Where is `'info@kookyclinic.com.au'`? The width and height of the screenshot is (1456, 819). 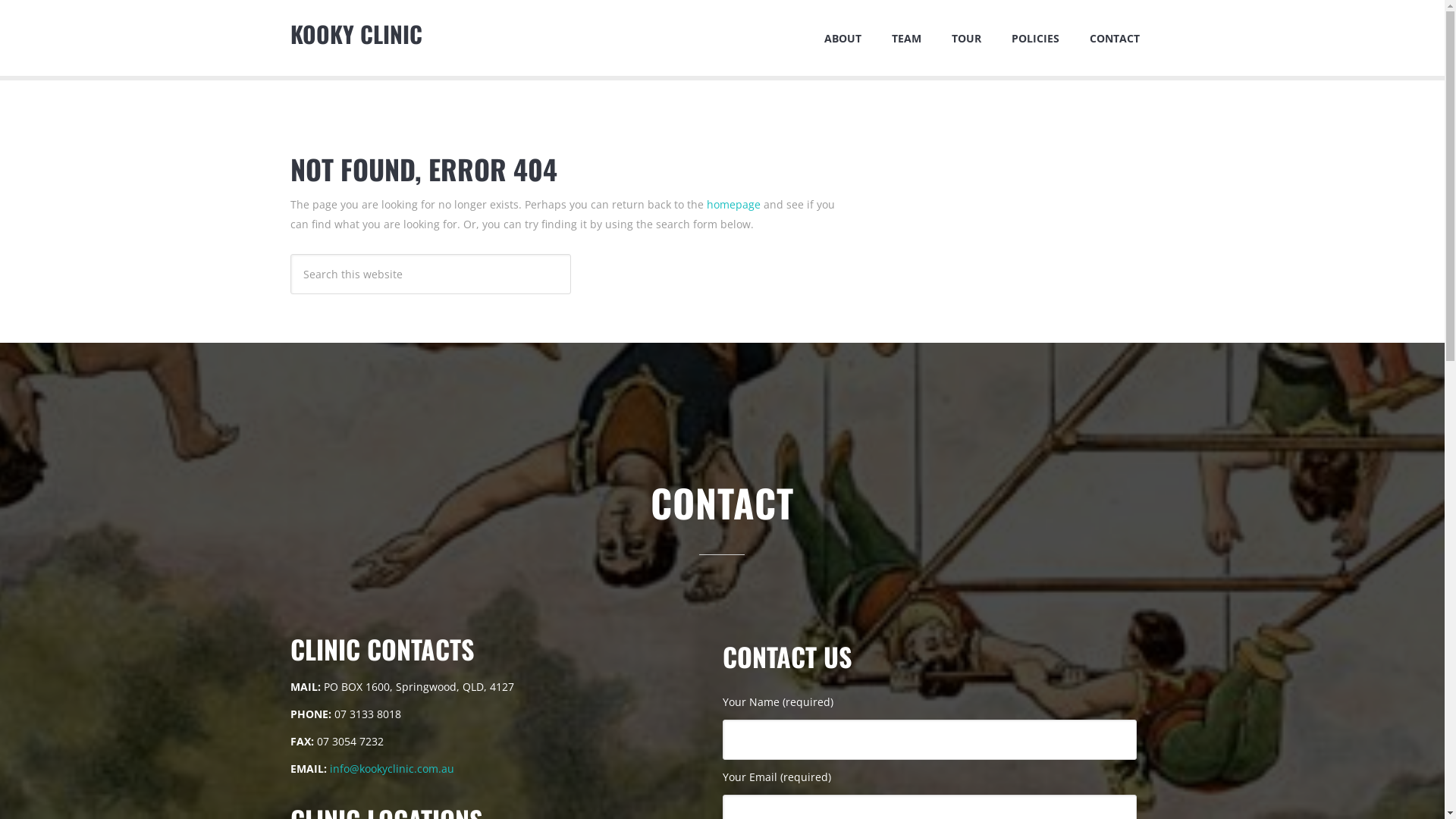 'info@kookyclinic.com.au' is located at coordinates (391, 768).